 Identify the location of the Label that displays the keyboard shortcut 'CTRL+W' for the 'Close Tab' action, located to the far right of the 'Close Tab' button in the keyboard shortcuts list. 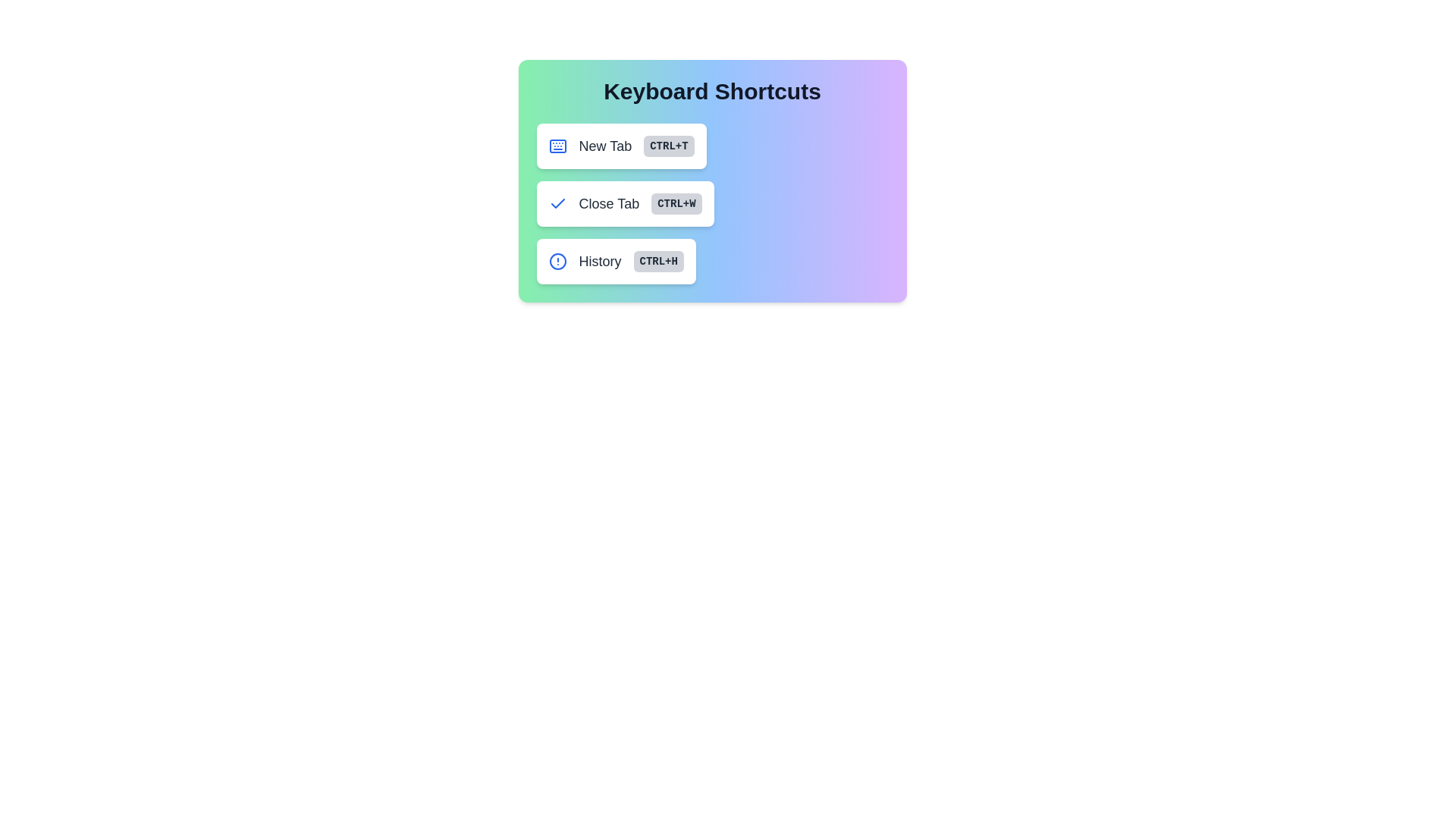
(676, 203).